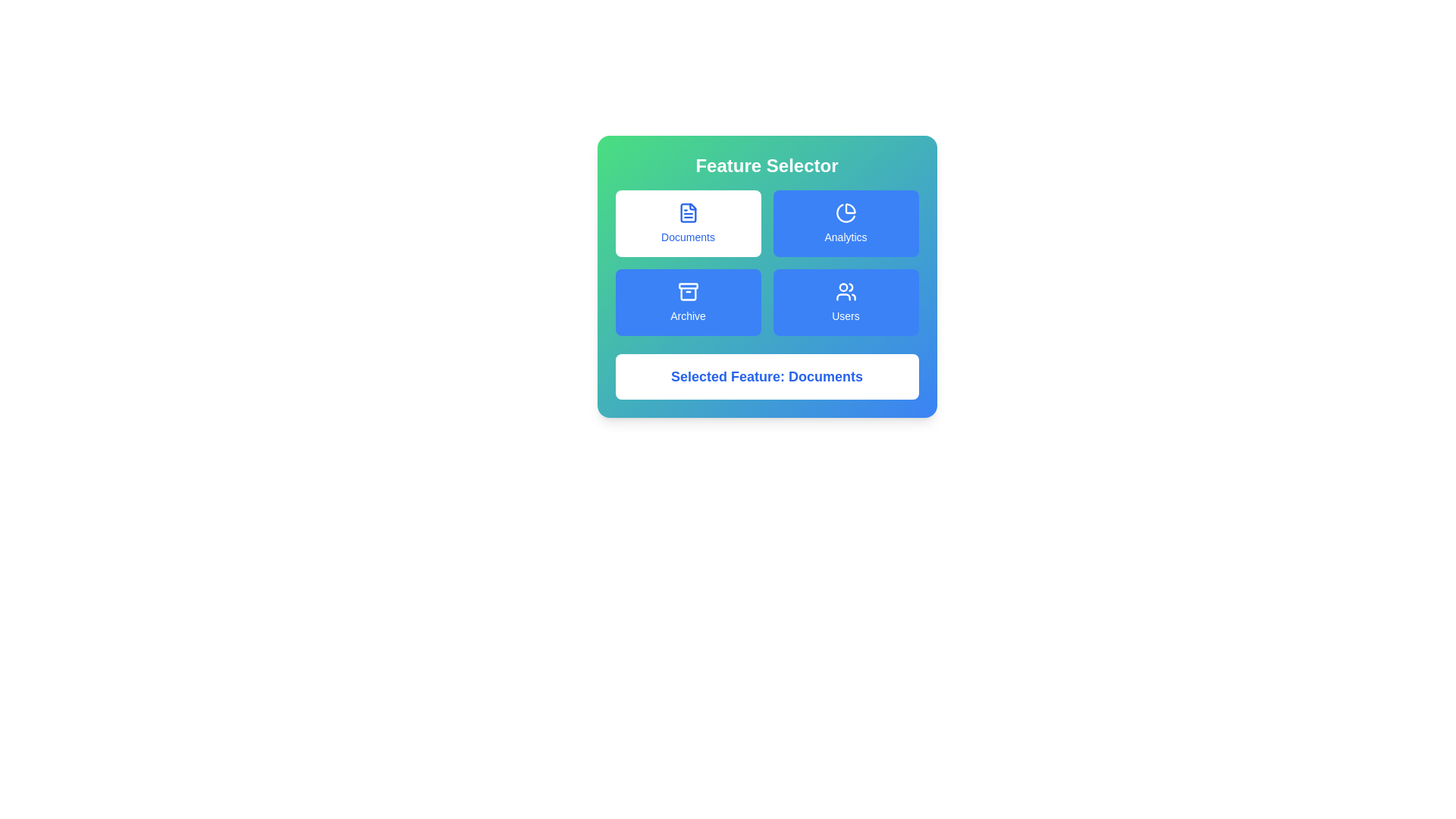 The height and width of the screenshot is (819, 1456). I want to click on the blue button labeled 'Users' with a user icon, so click(845, 302).